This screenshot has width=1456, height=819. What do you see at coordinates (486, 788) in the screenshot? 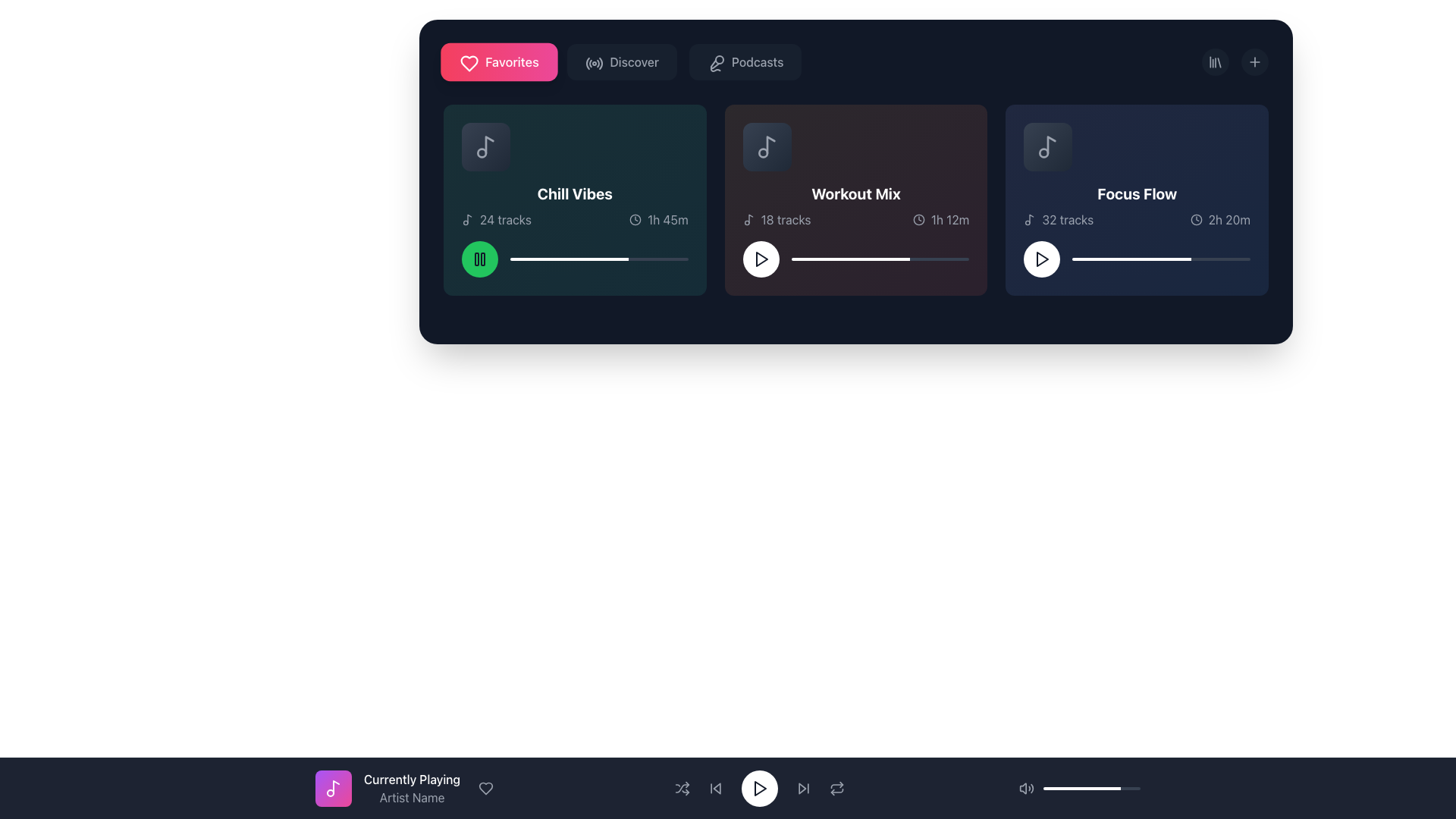
I see `the heart-shaped icon located in the player control bar next to the 'Currently Playing' text` at bounding box center [486, 788].